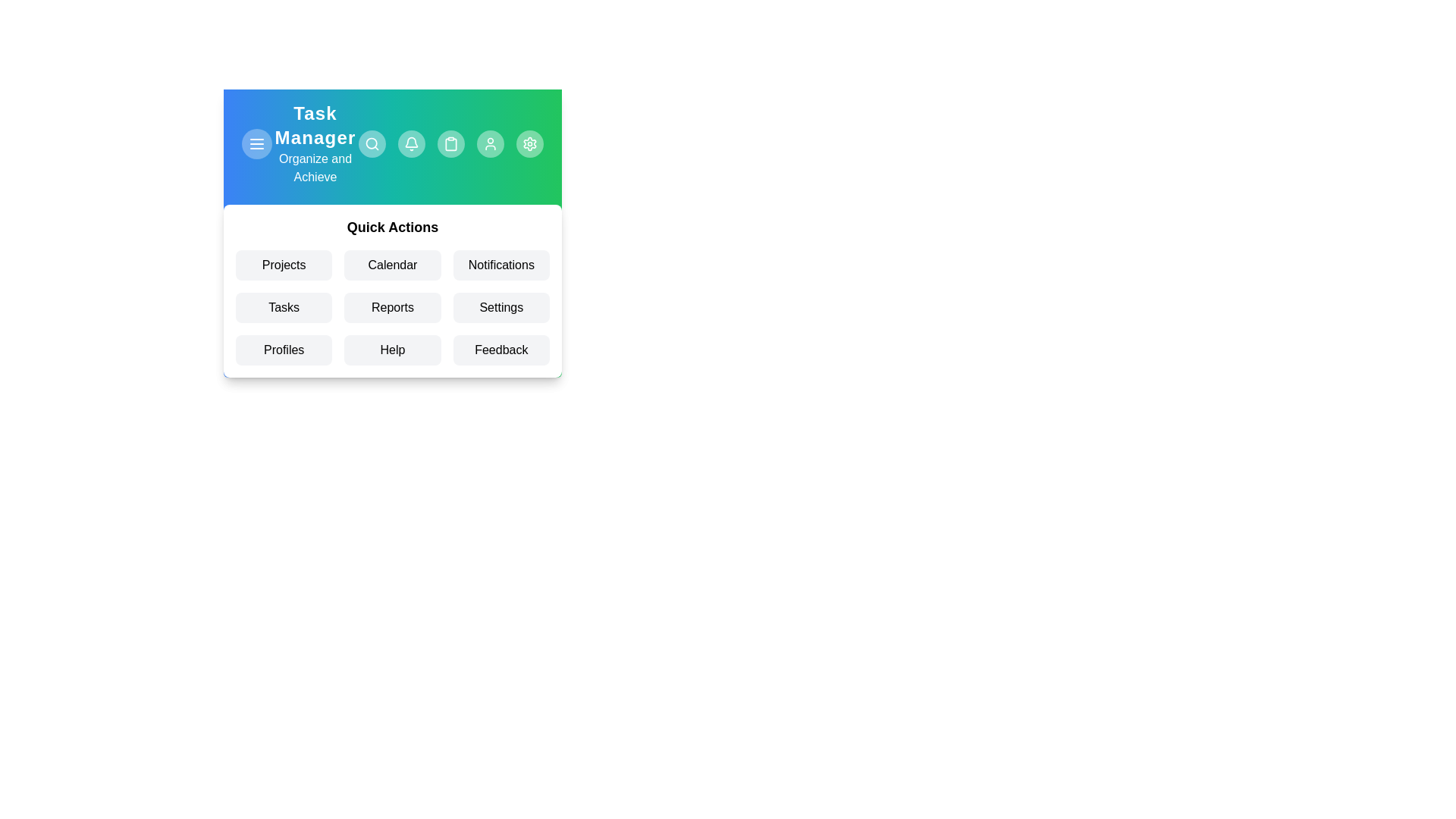 The height and width of the screenshot is (819, 1456). I want to click on the app bar button labeled Settings, so click(530, 143).